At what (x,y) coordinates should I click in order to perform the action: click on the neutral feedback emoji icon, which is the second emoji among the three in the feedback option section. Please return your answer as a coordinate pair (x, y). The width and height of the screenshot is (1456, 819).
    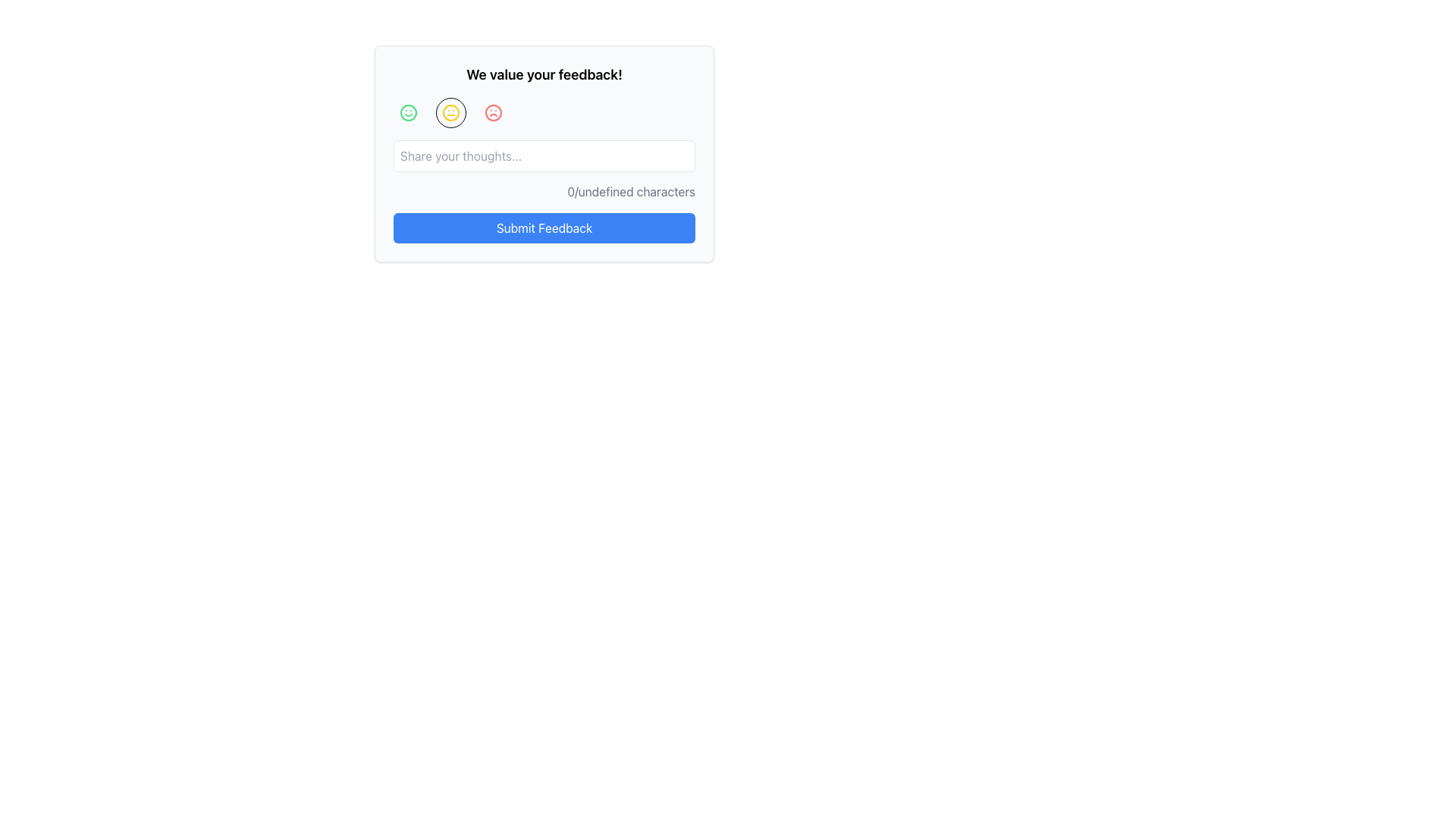
    Looking at the image, I should click on (450, 112).